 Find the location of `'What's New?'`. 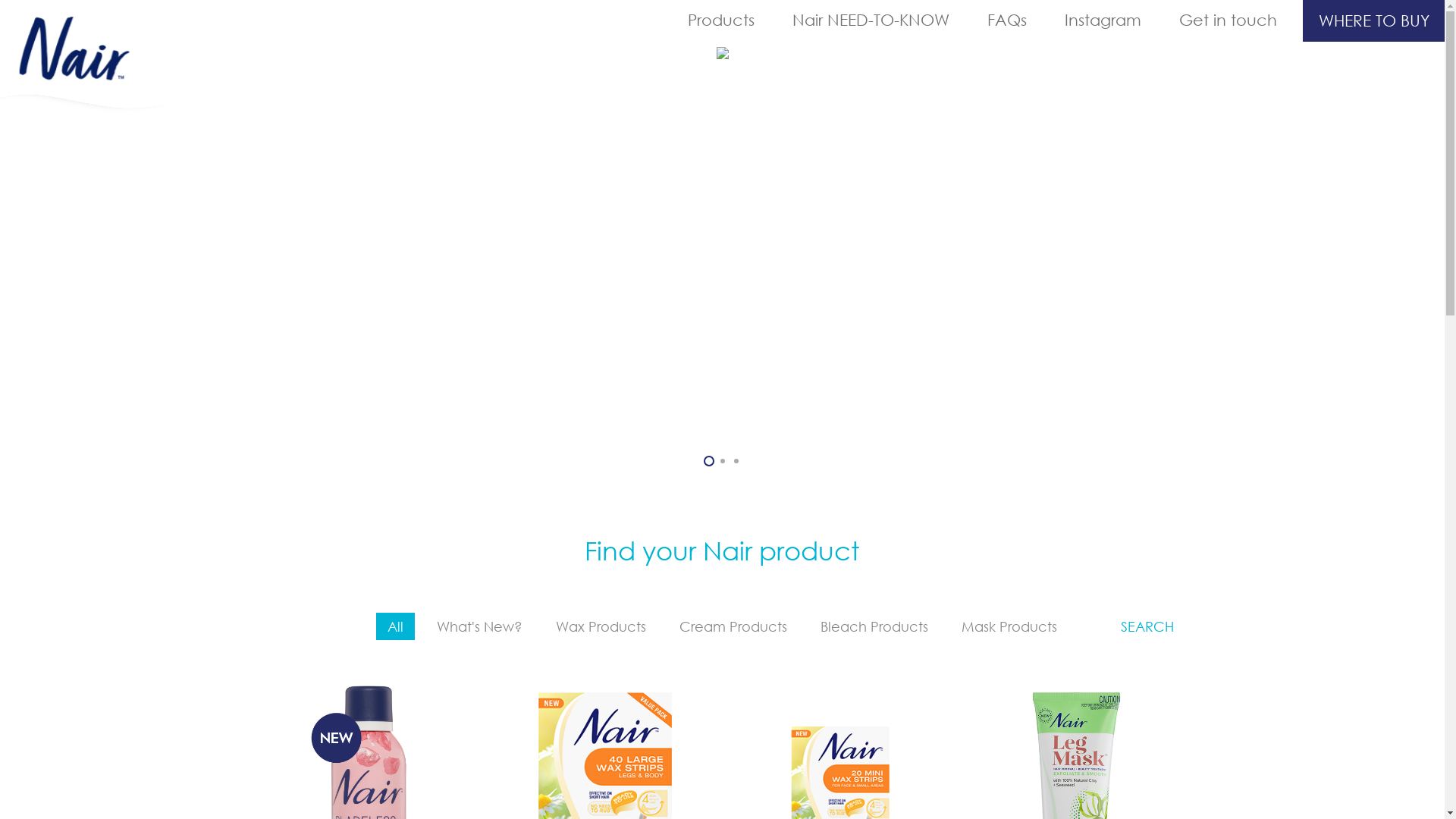

'What's New?' is located at coordinates (479, 626).